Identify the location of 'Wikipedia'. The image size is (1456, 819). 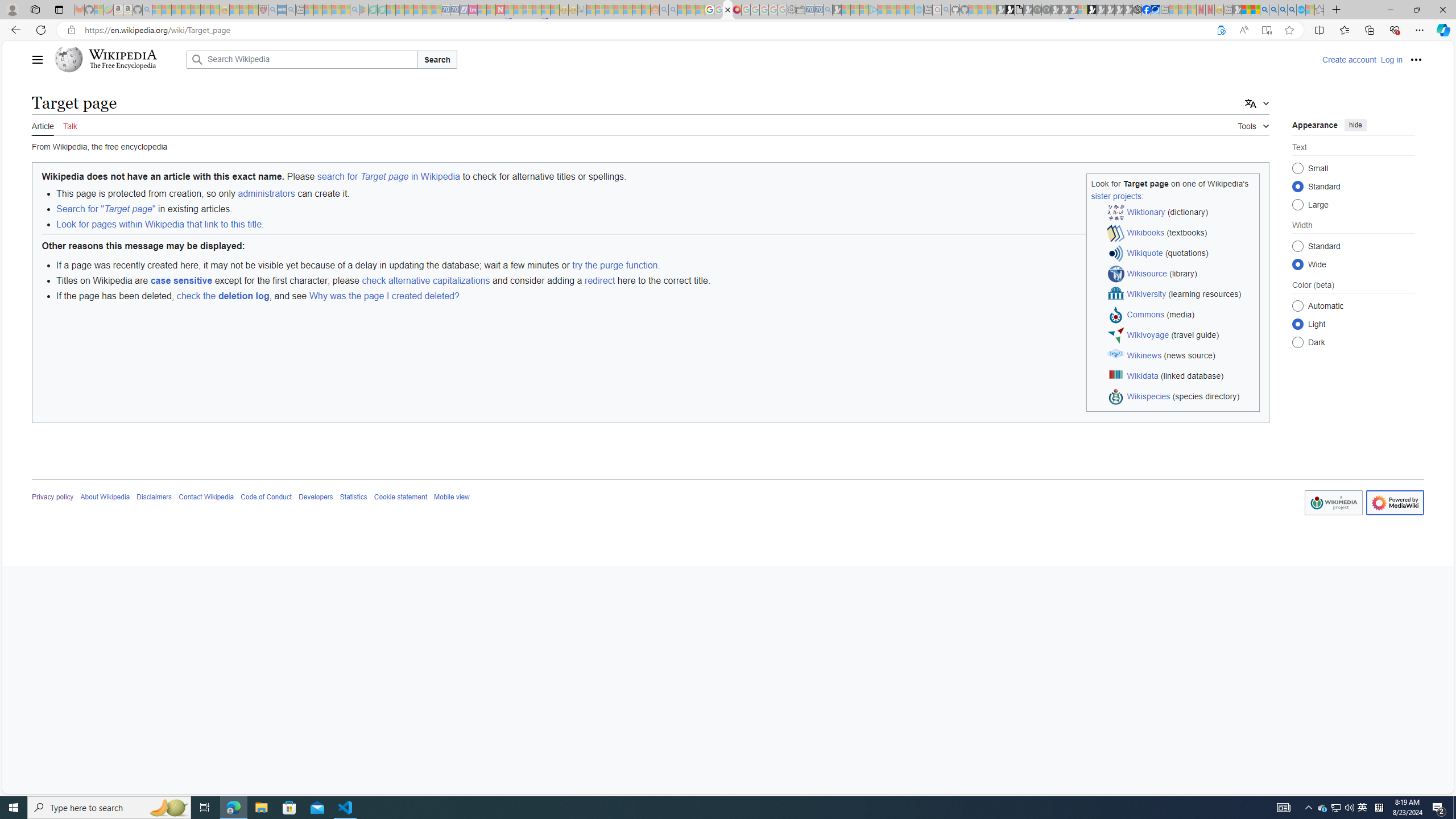
(123, 54).